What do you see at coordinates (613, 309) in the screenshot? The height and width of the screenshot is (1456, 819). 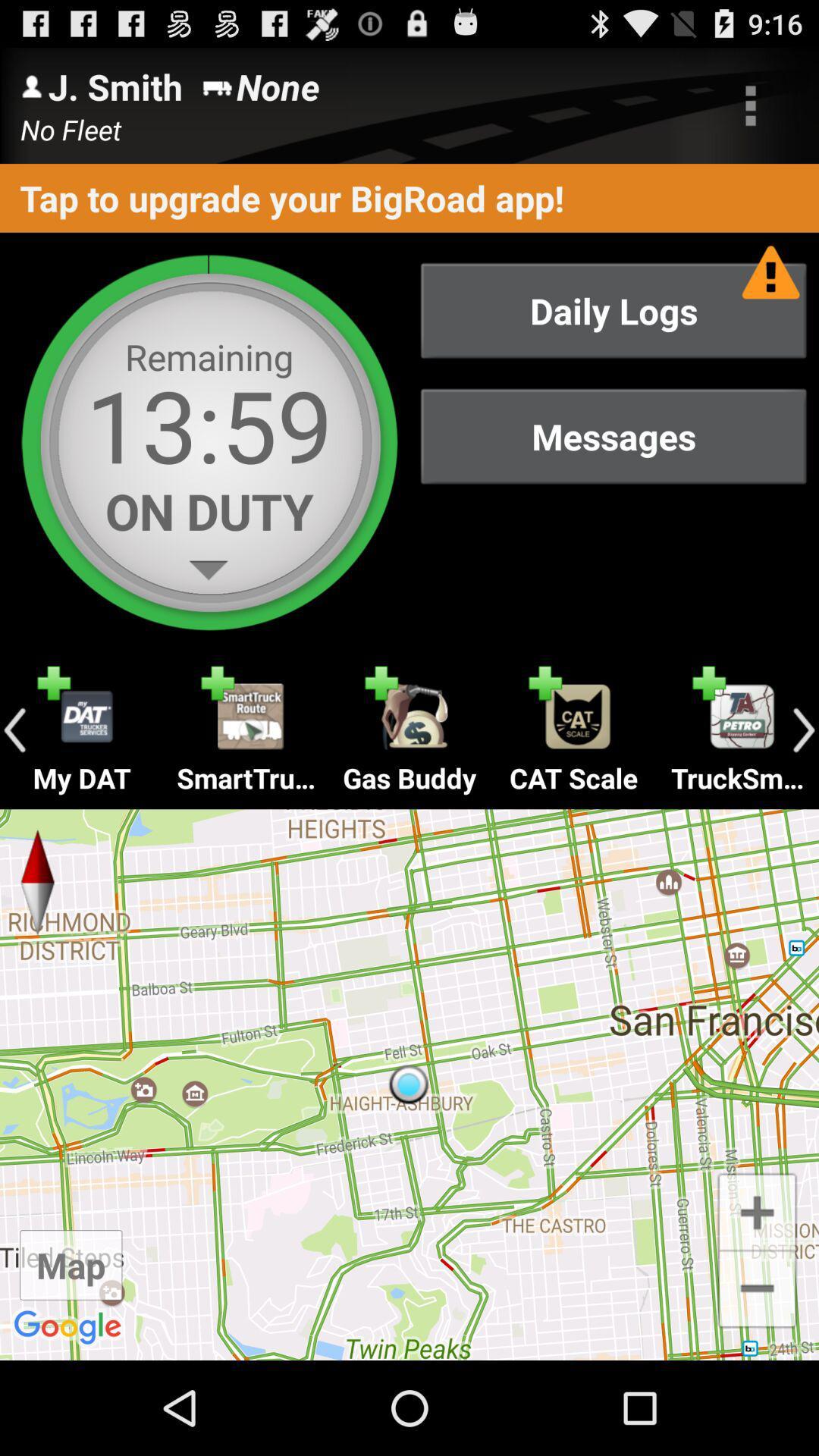 I see `daily logs item` at bounding box center [613, 309].